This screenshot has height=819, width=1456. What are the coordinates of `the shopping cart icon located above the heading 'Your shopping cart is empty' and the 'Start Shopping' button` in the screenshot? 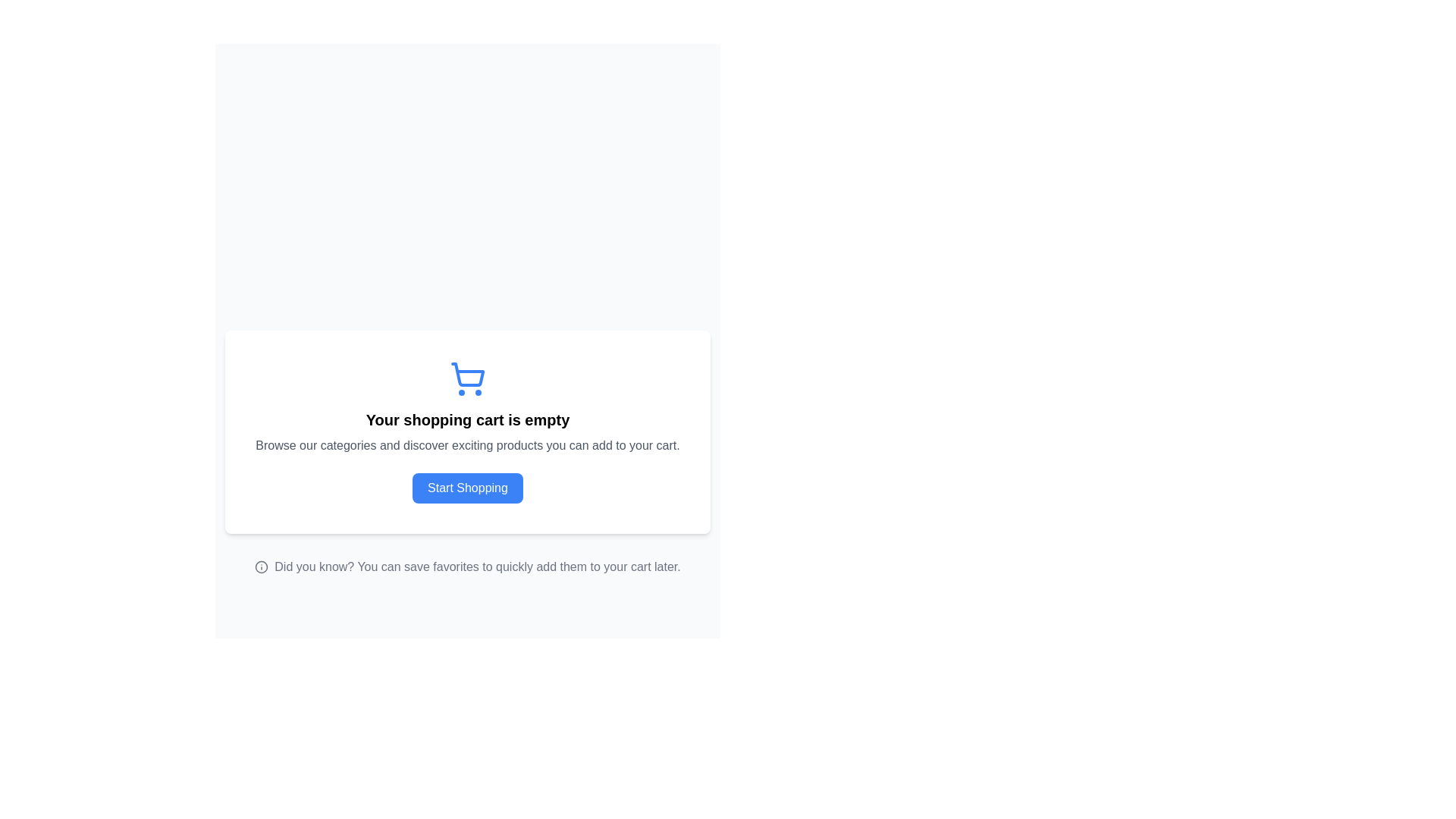 It's located at (467, 378).